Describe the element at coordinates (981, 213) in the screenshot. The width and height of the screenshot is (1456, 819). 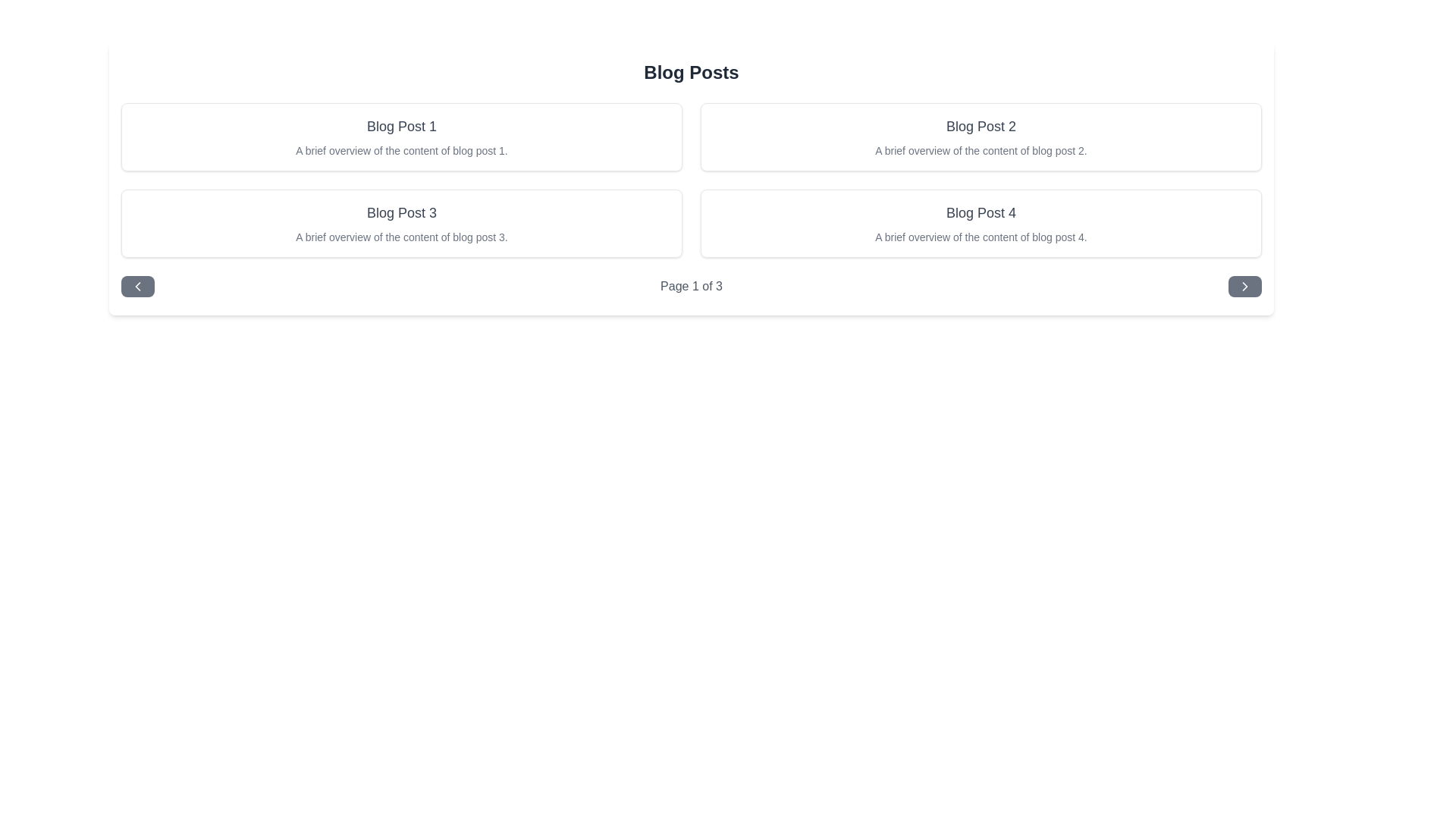
I see `the title of the fourth blog post, which visually distinguishes it from the description below, located in the lower right quadrant of the blog post grid layout` at that location.